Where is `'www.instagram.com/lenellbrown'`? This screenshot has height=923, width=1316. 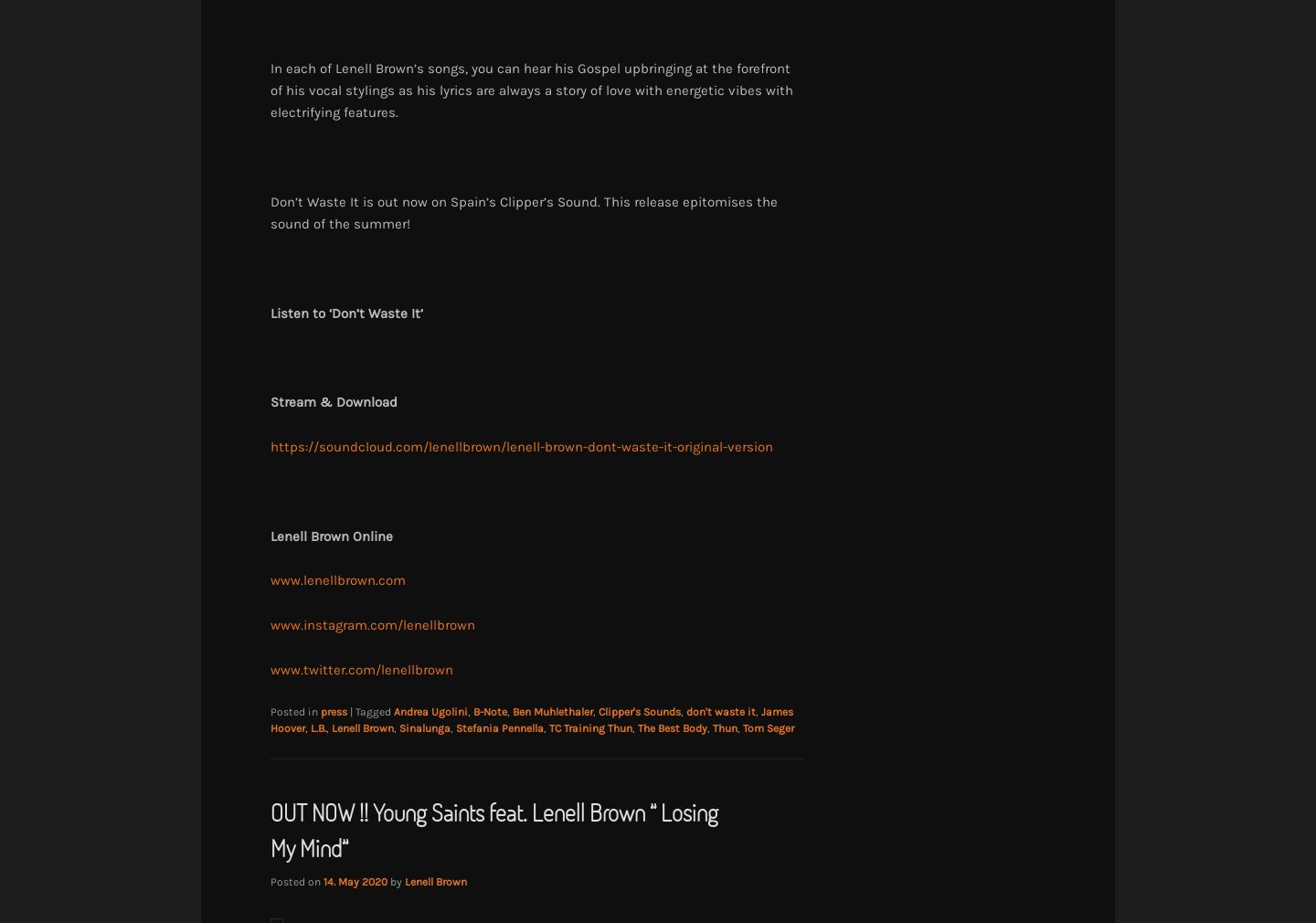 'www.instagram.com/lenellbrown' is located at coordinates (371, 623).